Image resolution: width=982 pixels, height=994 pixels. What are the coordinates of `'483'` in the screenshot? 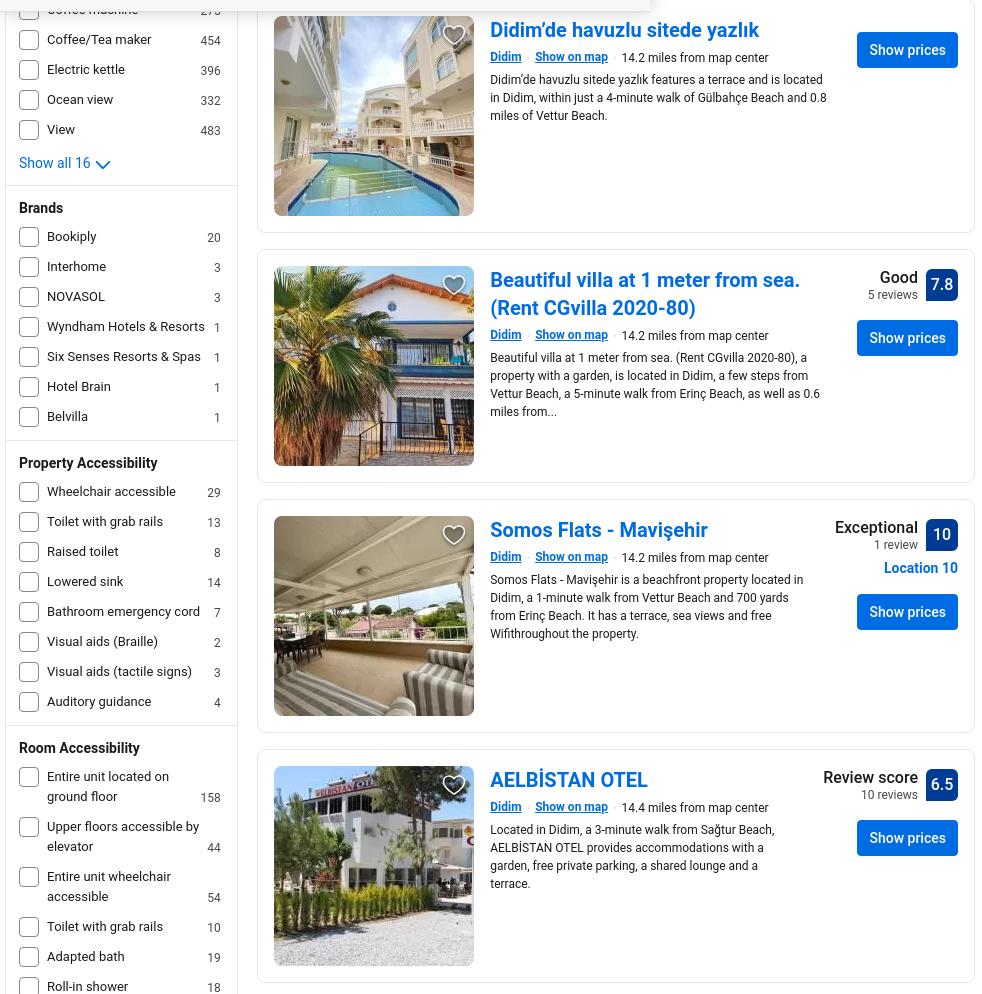 It's located at (208, 130).